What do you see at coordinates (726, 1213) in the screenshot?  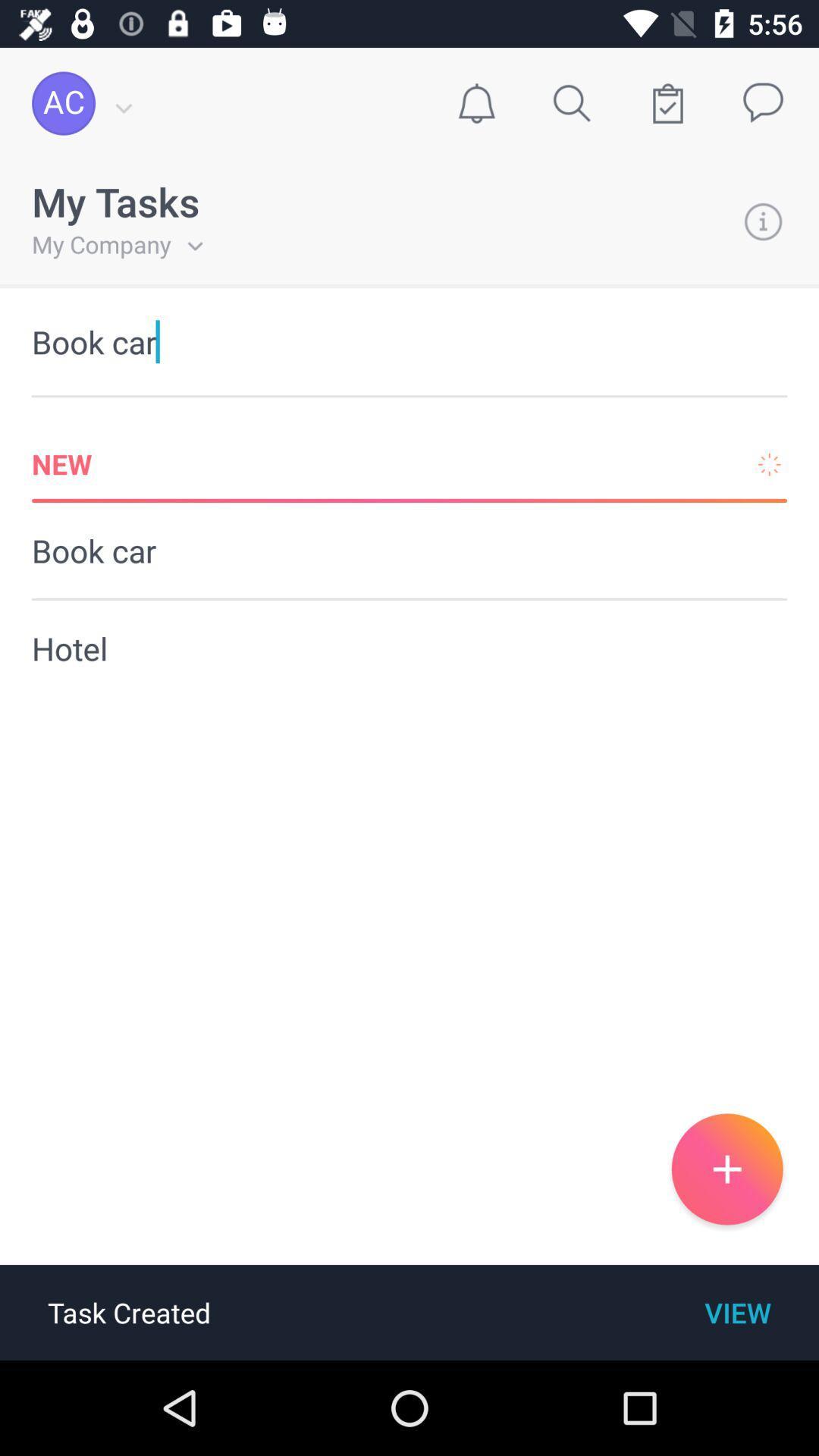 I see `the add icon` at bounding box center [726, 1213].